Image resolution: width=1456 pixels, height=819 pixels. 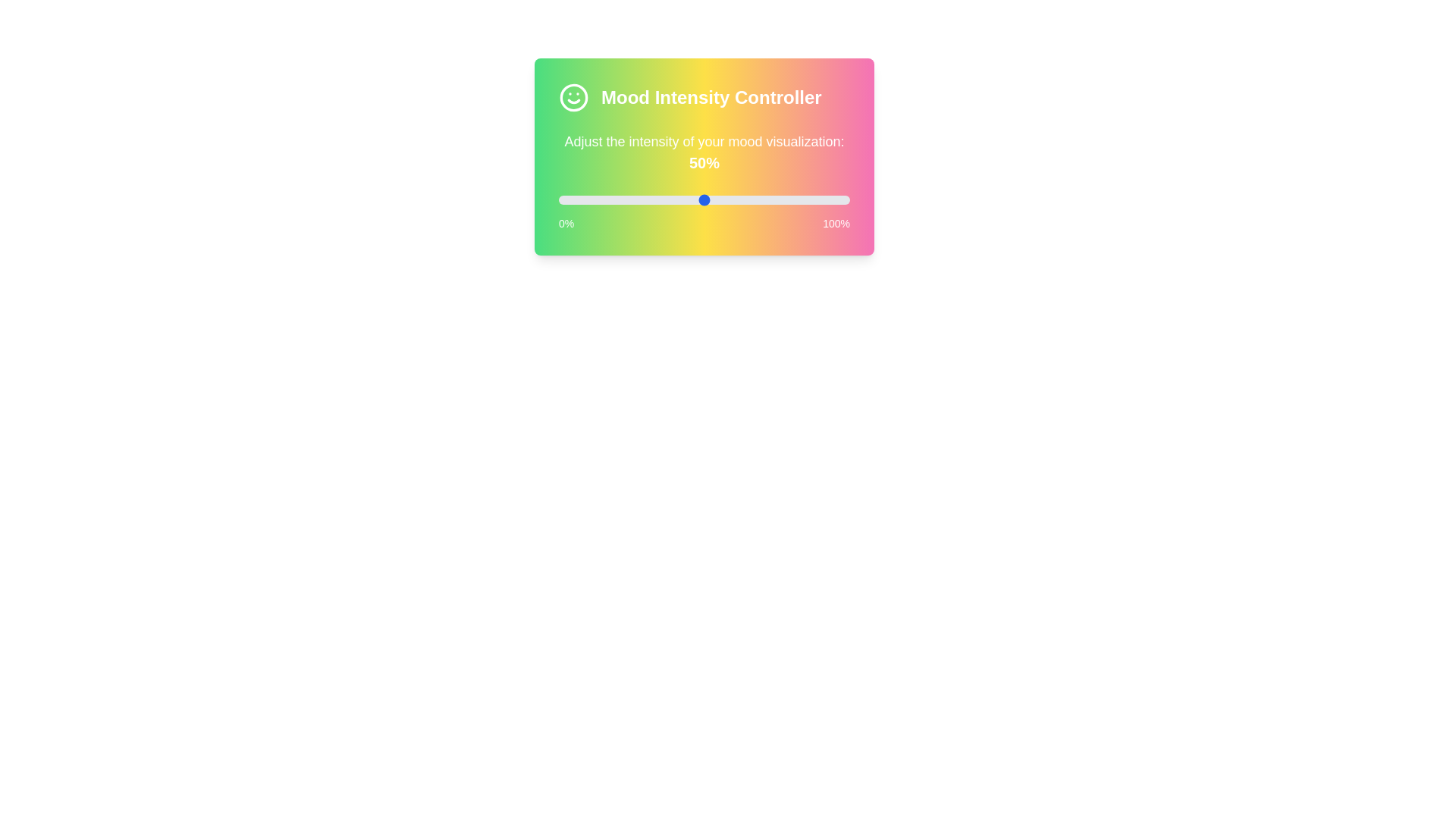 I want to click on the smiley icon decoration, so click(x=573, y=97).